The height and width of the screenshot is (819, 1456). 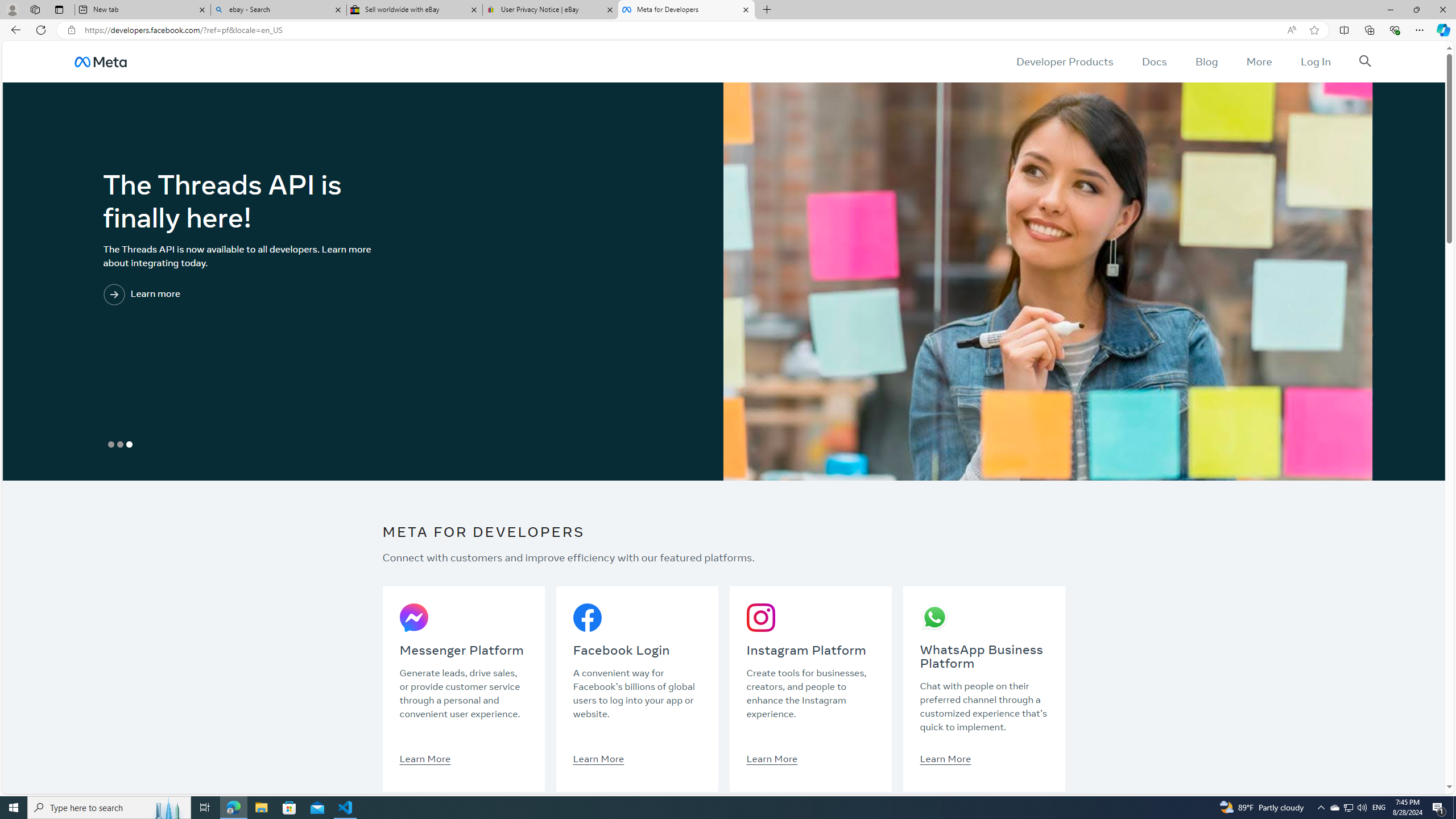 What do you see at coordinates (1314, 61) in the screenshot?
I see `'Log In'` at bounding box center [1314, 61].